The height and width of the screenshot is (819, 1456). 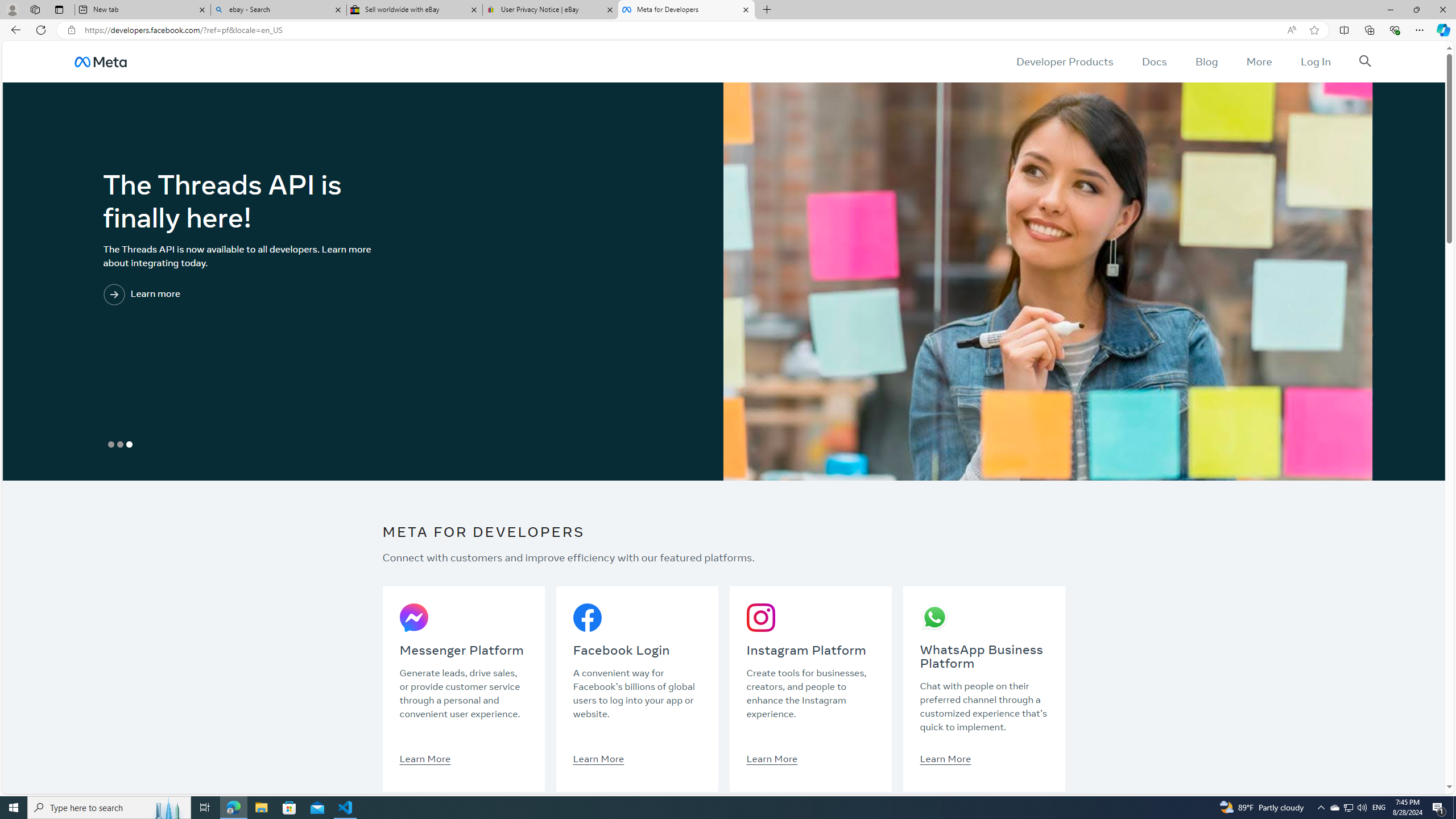 What do you see at coordinates (1314, 61) in the screenshot?
I see `'Log In'` at bounding box center [1314, 61].